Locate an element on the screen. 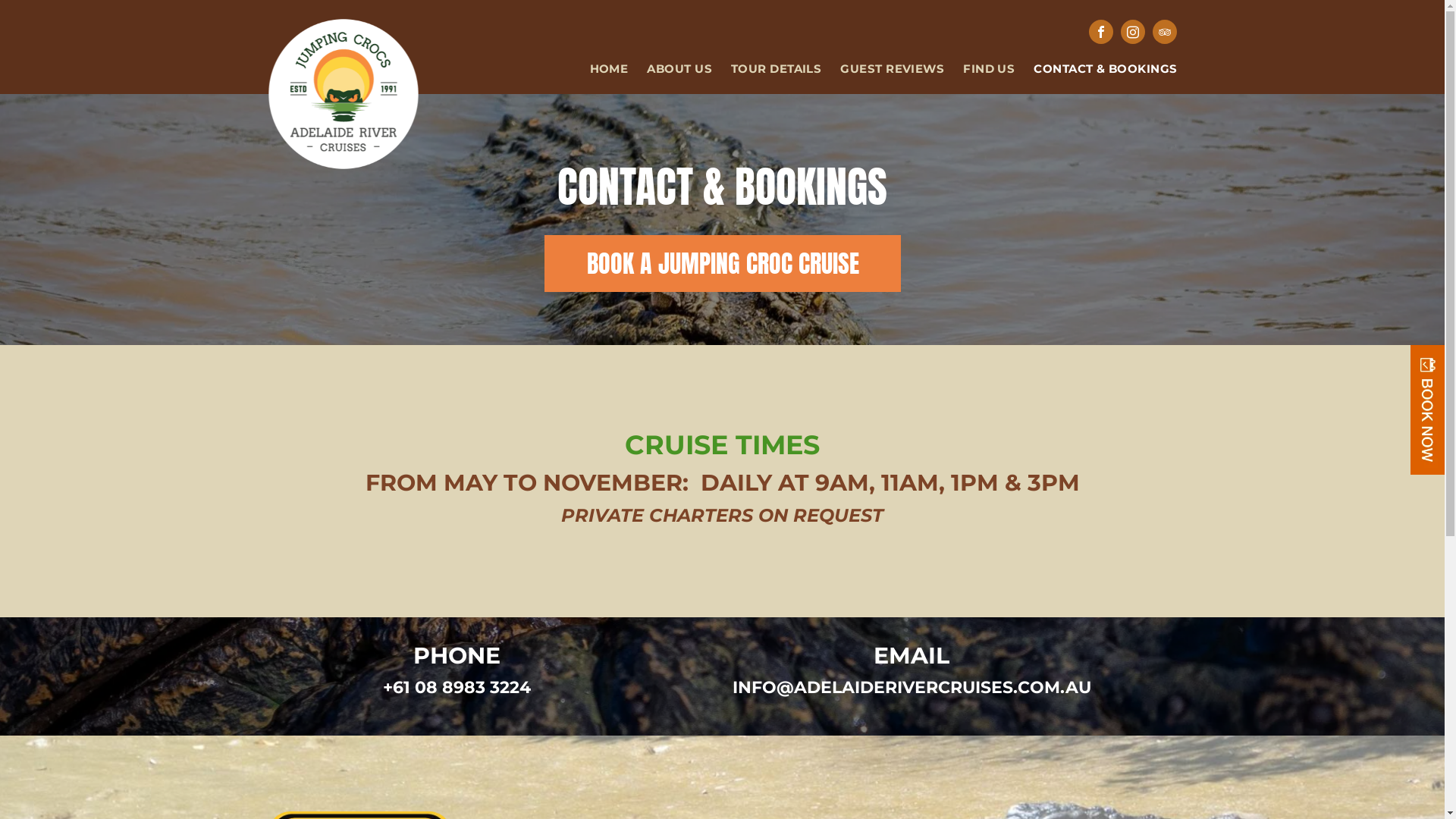 The height and width of the screenshot is (819, 1456). 'INFO@ADELAIDERIVERCRUISES.COM.AU' is located at coordinates (911, 687).